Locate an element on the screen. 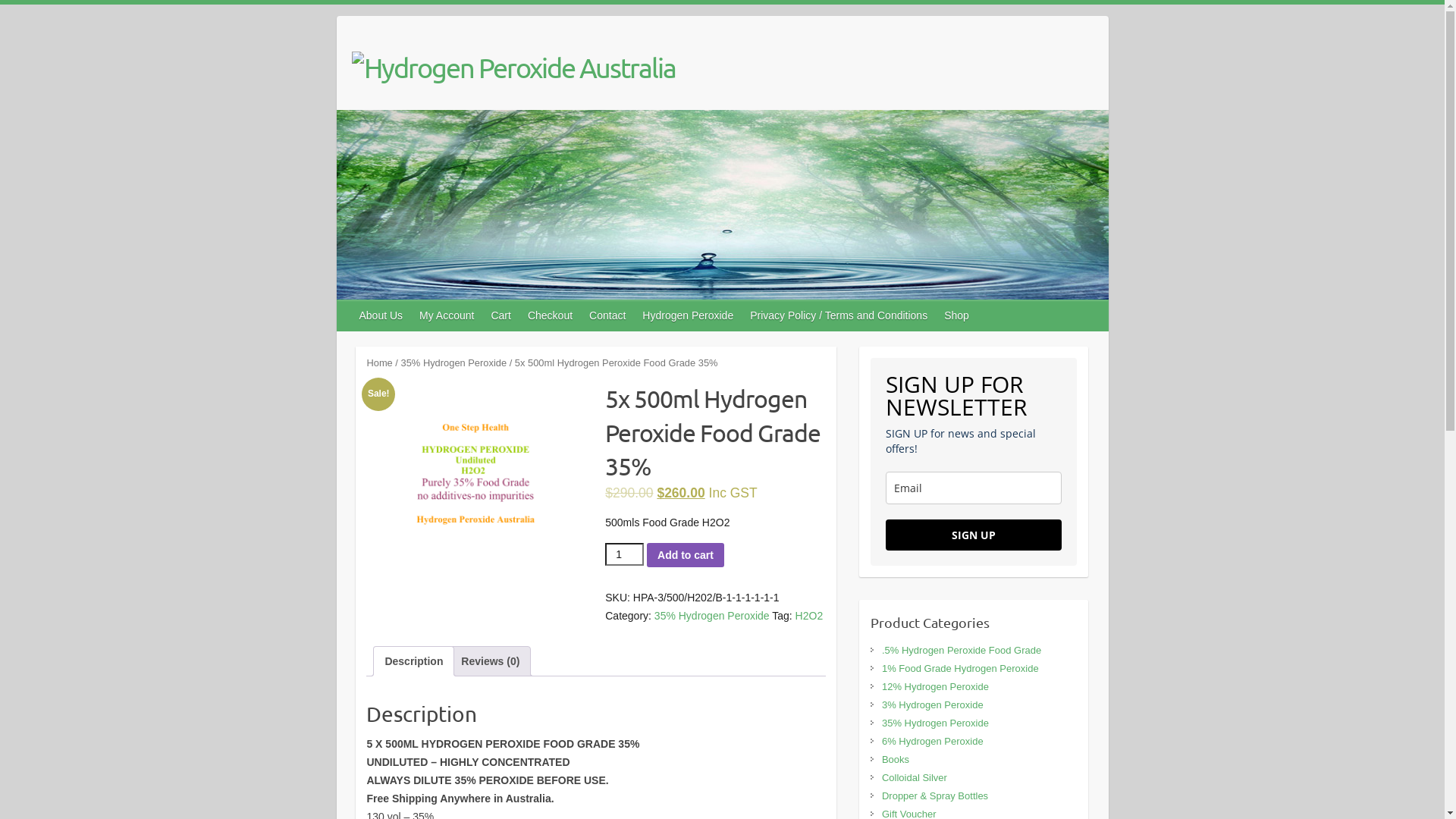 Image resolution: width=1456 pixels, height=819 pixels. '3% Hydrogen Peroxide' is located at coordinates (931, 704).